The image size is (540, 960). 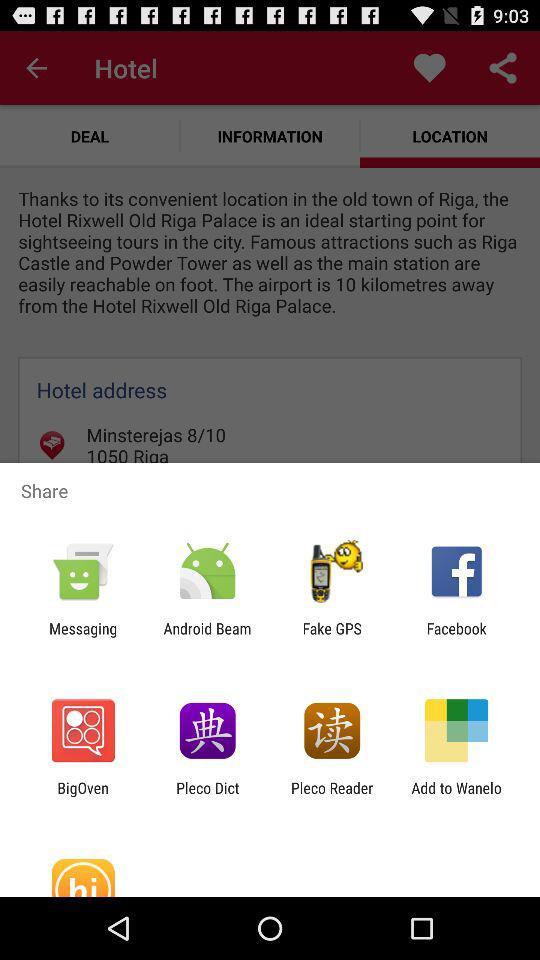 What do you see at coordinates (82, 796) in the screenshot?
I see `the bigoven icon` at bounding box center [82, 796].